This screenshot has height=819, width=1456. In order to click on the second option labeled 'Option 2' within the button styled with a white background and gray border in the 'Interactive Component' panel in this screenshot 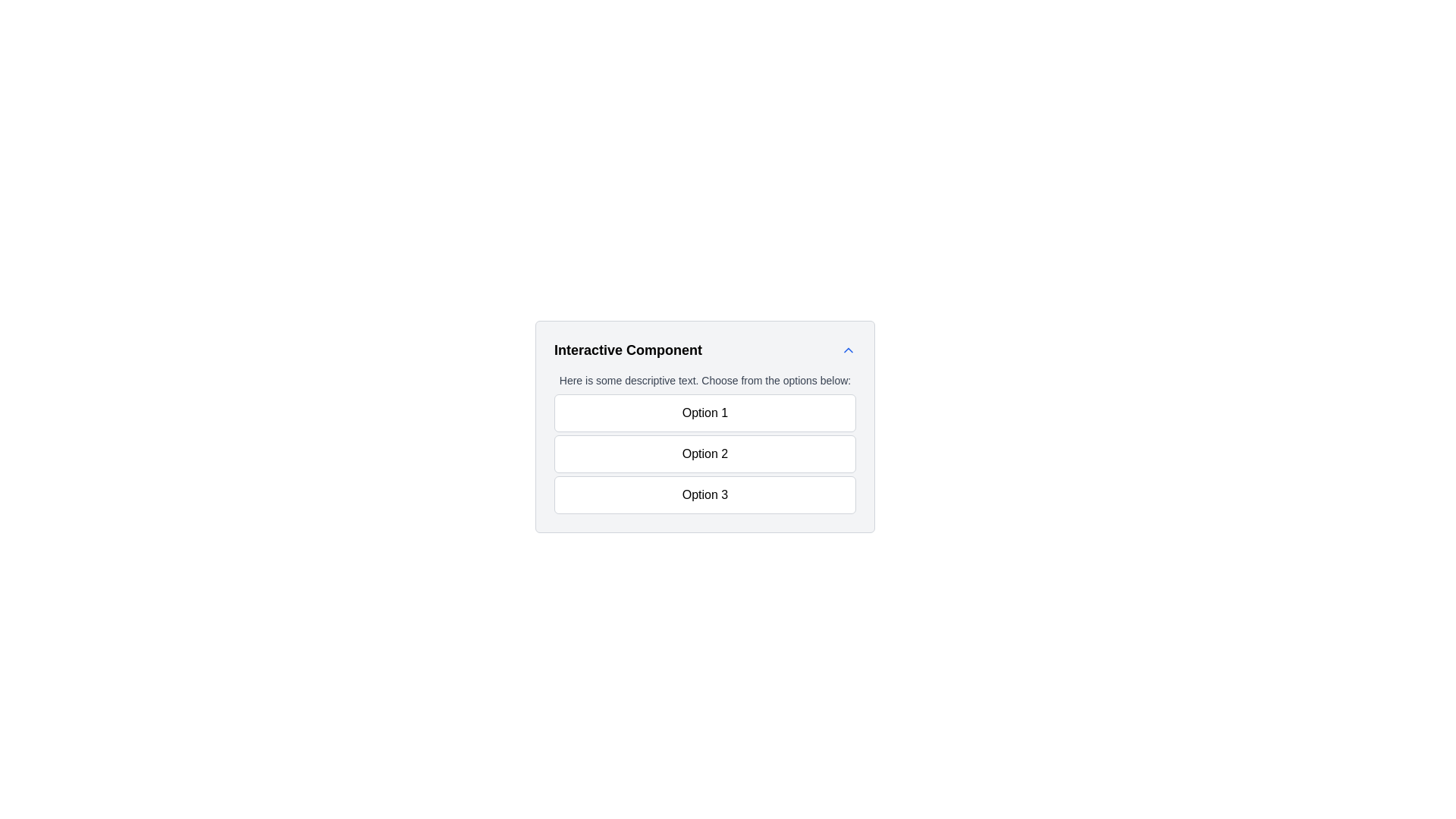, I will do `click(770, 453)`.